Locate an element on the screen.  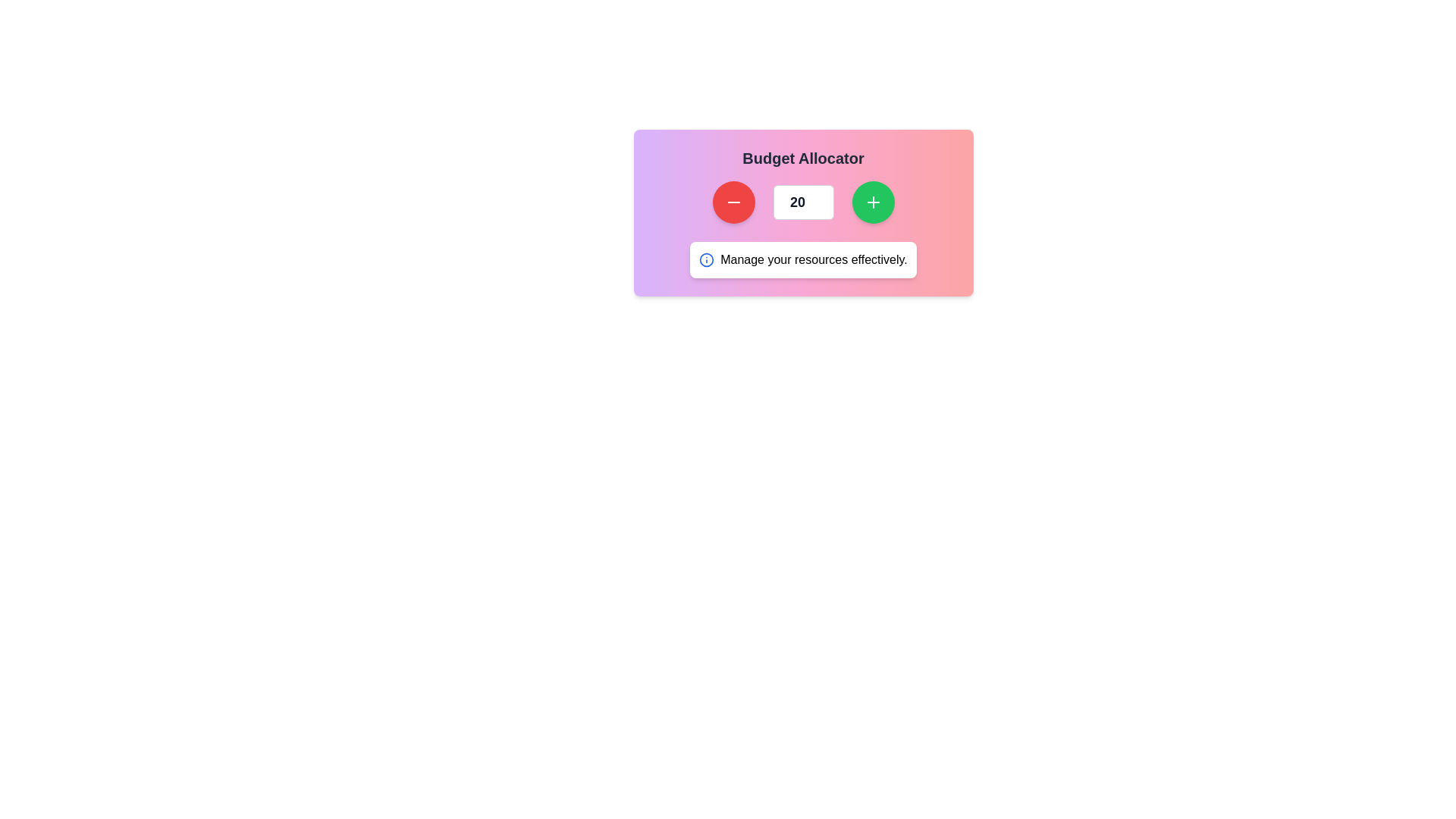
the Text information box that contains the snippet 'Manage your resources effectively.' and a blue circular icon with an 'i' symbol, located at the bottom center of the 'Budget Allocator' card is located at coordinates (802, 259).